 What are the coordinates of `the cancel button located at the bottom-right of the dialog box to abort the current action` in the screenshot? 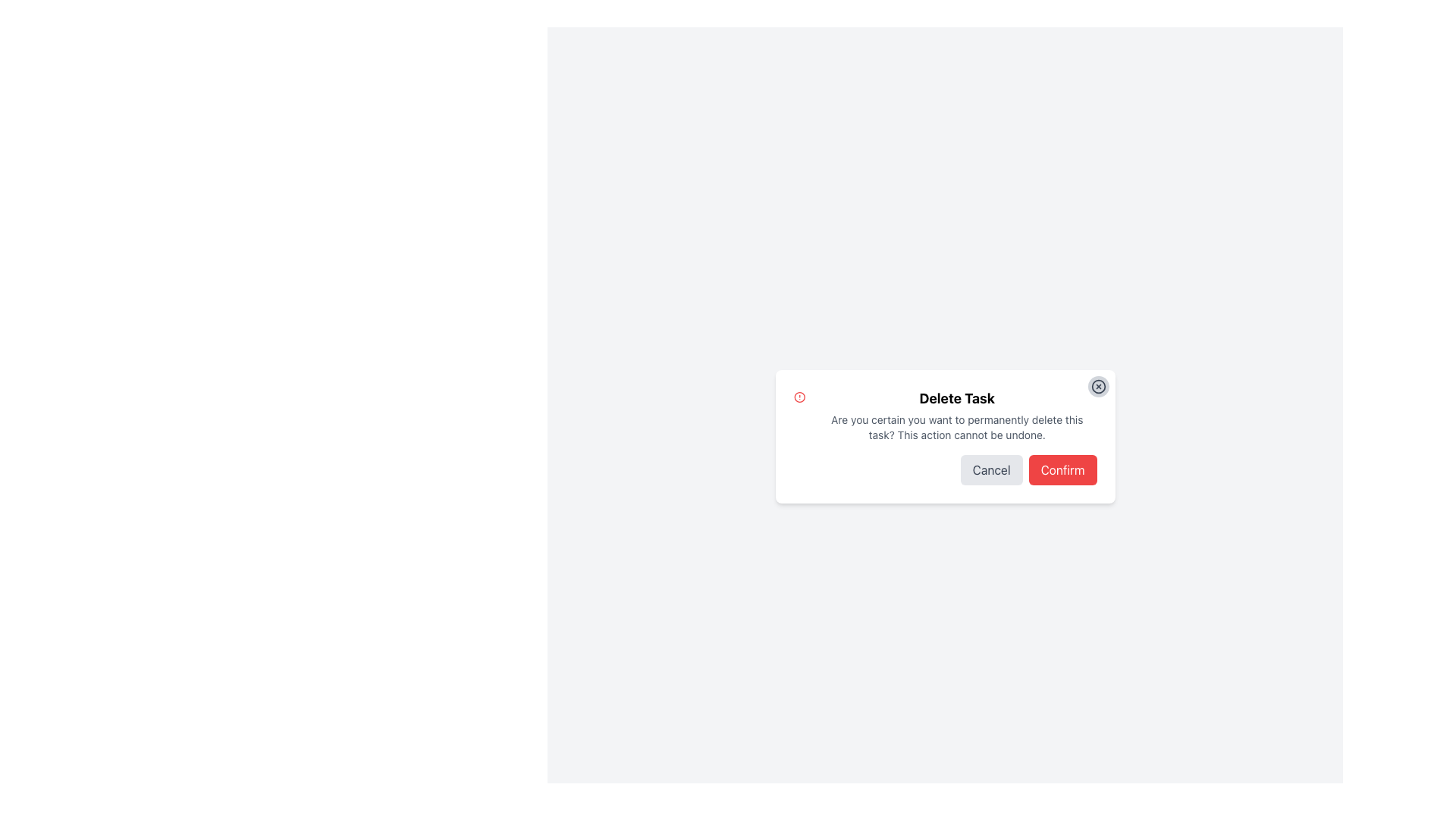 It's located at (991, 469).